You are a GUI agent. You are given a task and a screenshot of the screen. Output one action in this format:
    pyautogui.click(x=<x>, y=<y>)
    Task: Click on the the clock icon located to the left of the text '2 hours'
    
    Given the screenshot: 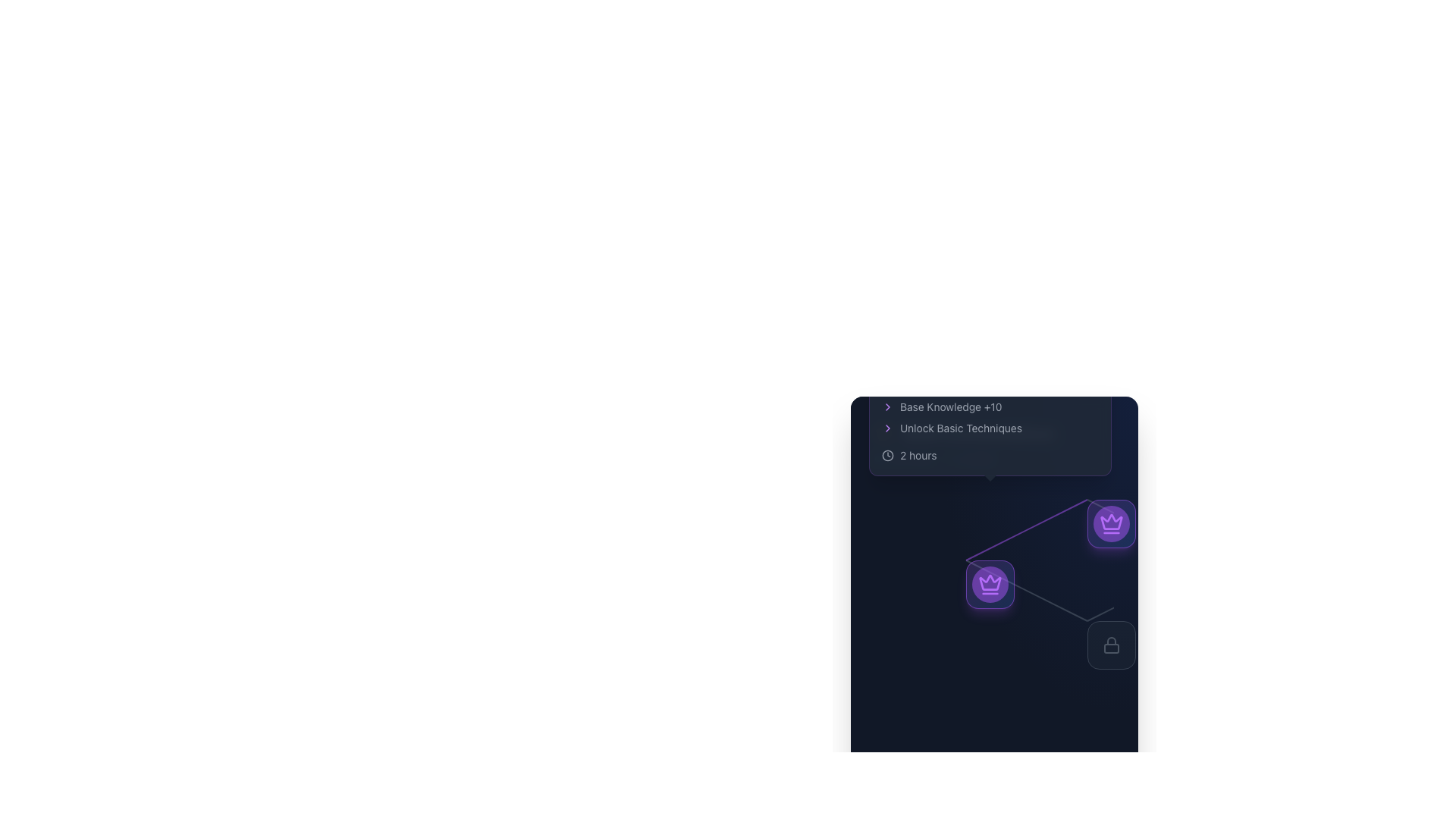 What is the action you would take?
    pyautogui.click(x=888, y=455)
    